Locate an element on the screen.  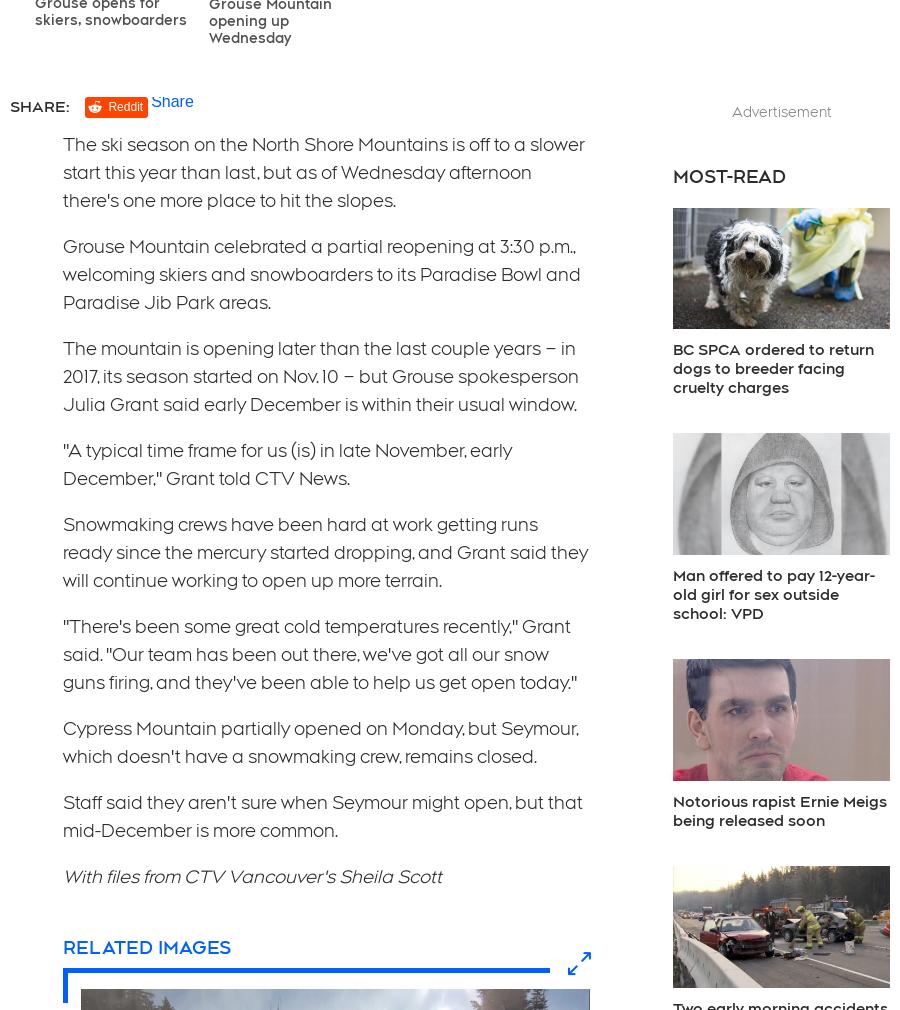
'Cypress Mountain partially opened on Monday, but Seymour, which doesn't have a snowmaking crew, remains closed.' is located at coordinates (318, 741).